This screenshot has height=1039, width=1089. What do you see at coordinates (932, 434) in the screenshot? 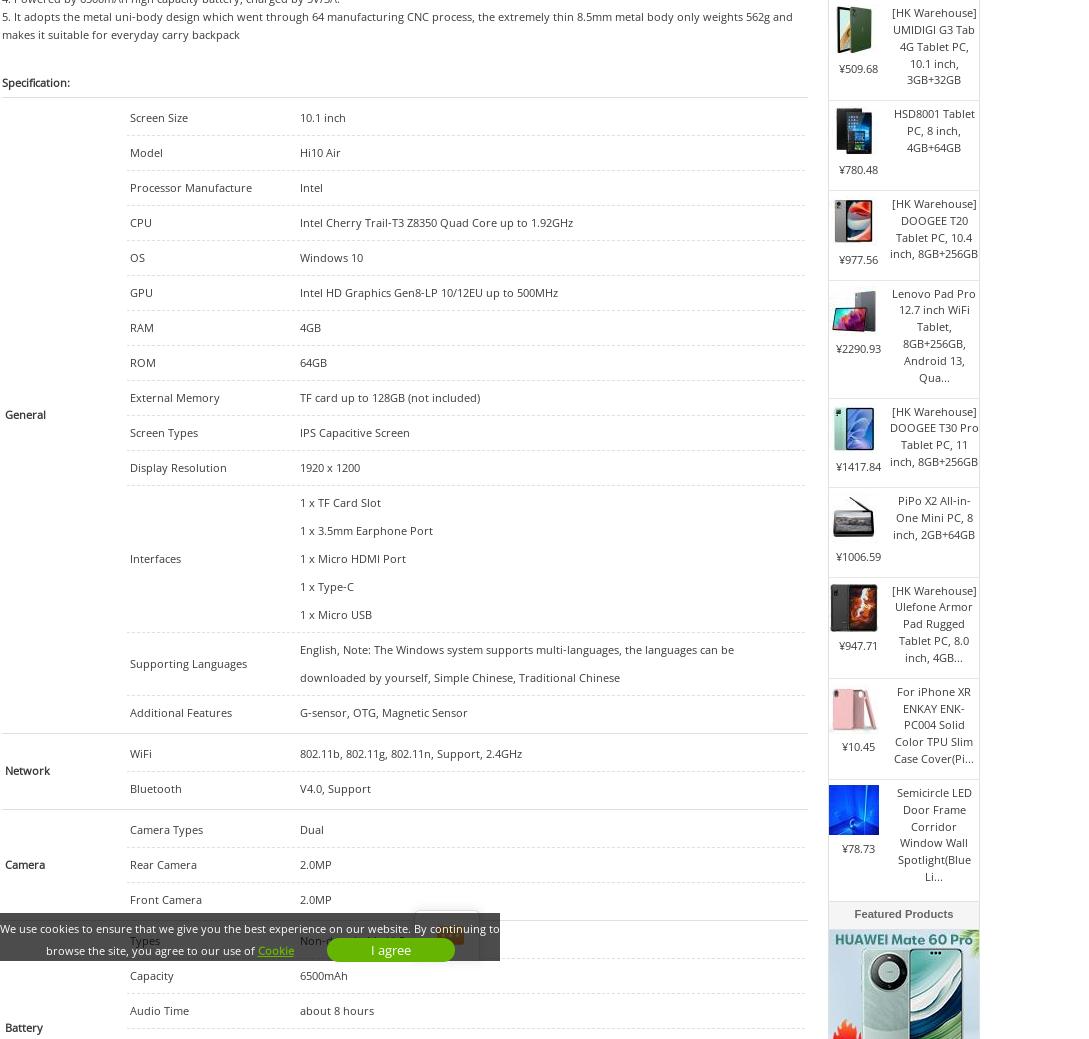
I see `'[HK Warehouse] DOOGEE T30 Pro Tablet PC, 11 inch, 8GB+256GB'` at bounding box center [932, 434].